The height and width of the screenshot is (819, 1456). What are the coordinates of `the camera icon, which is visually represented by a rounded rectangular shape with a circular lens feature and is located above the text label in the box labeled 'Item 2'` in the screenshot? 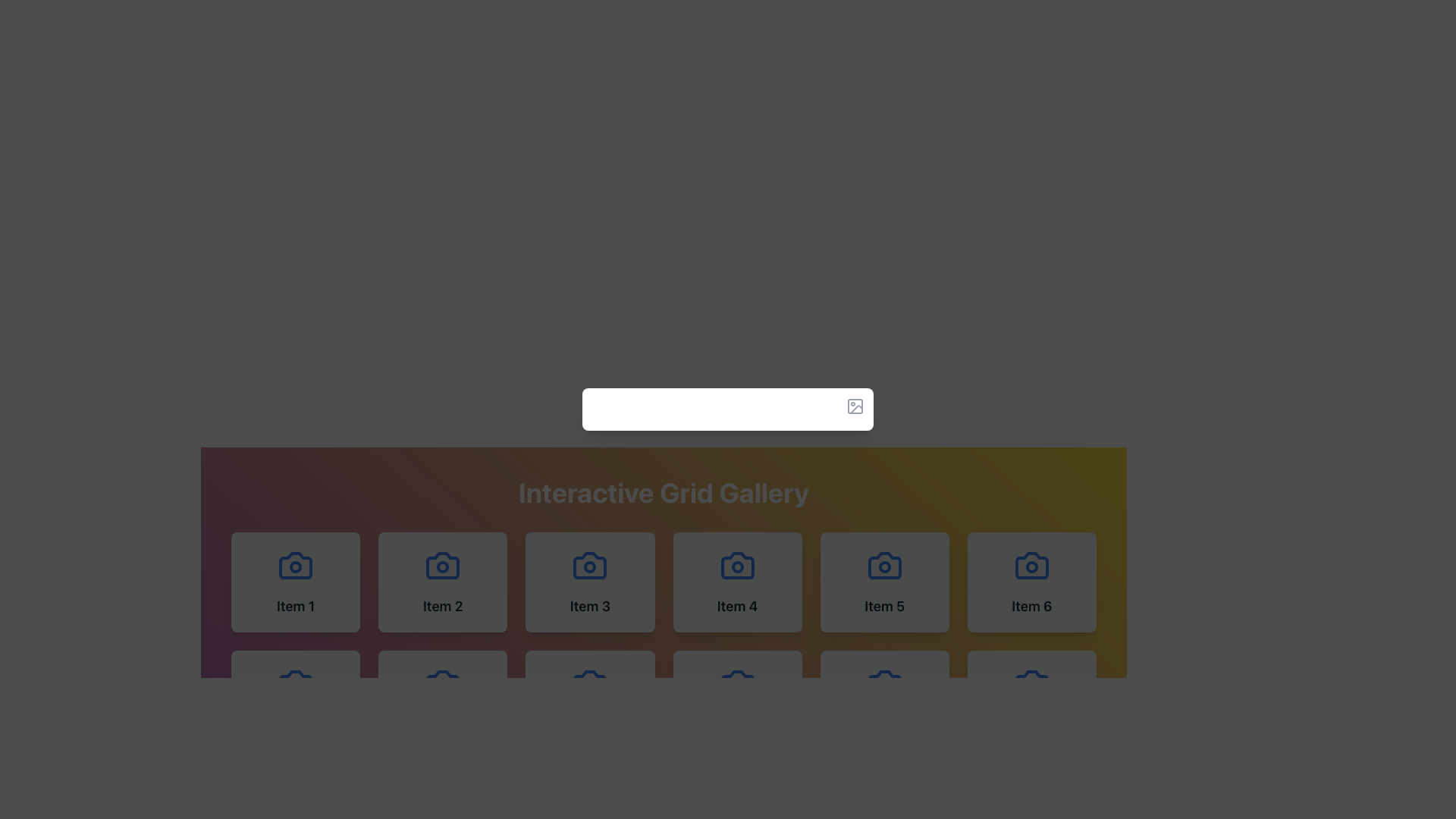 It's located at (442, 565).